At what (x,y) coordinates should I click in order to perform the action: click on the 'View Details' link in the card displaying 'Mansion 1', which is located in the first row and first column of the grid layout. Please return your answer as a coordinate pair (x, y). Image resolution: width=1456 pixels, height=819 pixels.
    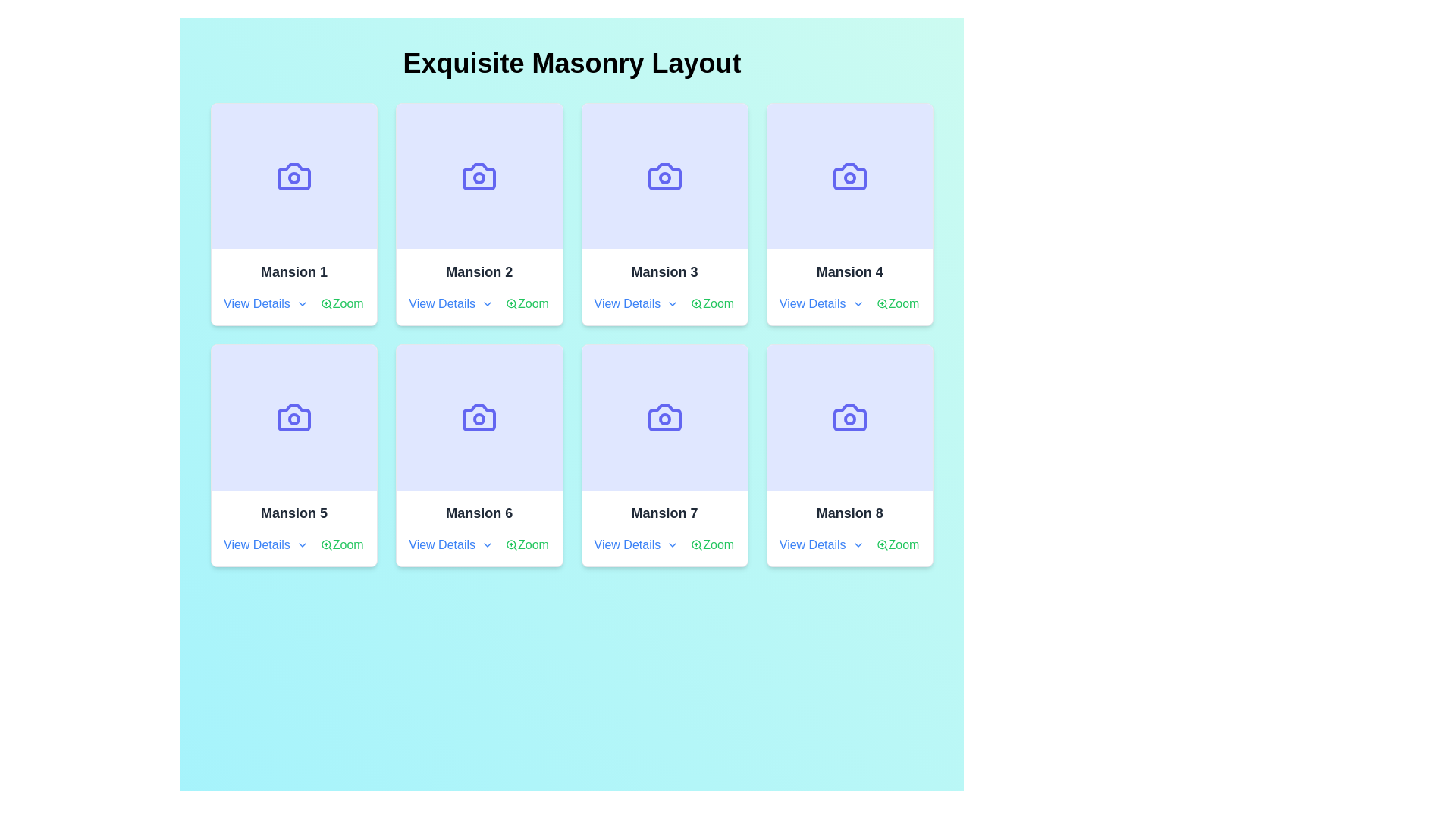
    Looking at the image, I should click on (294, 287).